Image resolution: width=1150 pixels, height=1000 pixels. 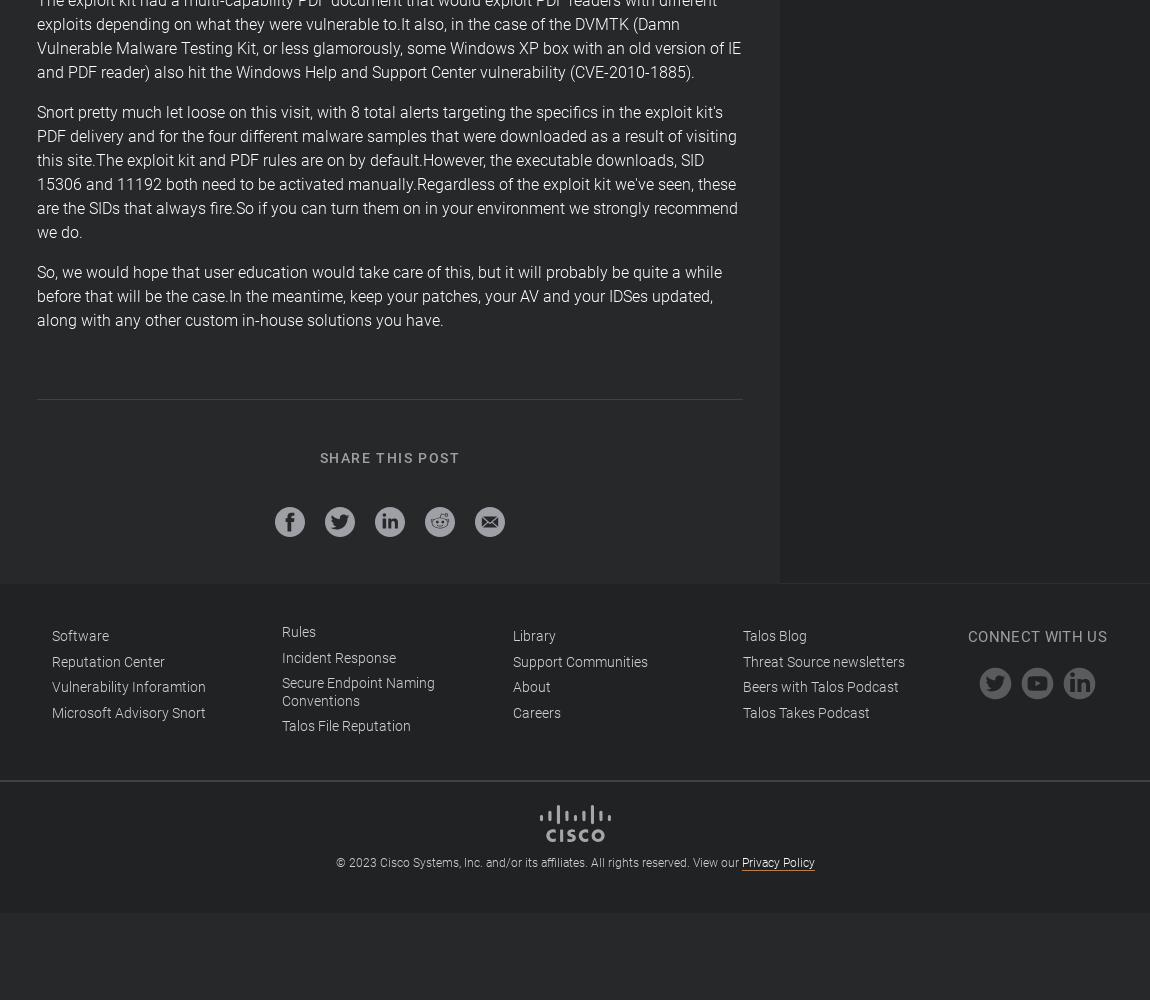 What do you see at coordinates (387, 172) in the screenshot?
I see `'Snort pretty much let loose on this visit, with 8 total alerts targeting the specifics in the exploit kit's PDF delivery and for the four different malware samples that were downloaded as a result of visiting this site.The exploit kit and PDF rules are on by default.However, the executable downloads, SID 15306 and 11192 both need to be activated manually.Regardless of the exploit kit we've seen, these are the SIDs that always fire.So if you can turn them on in your environment we strongly recommend we do.'` at bounding box center [387, 172].